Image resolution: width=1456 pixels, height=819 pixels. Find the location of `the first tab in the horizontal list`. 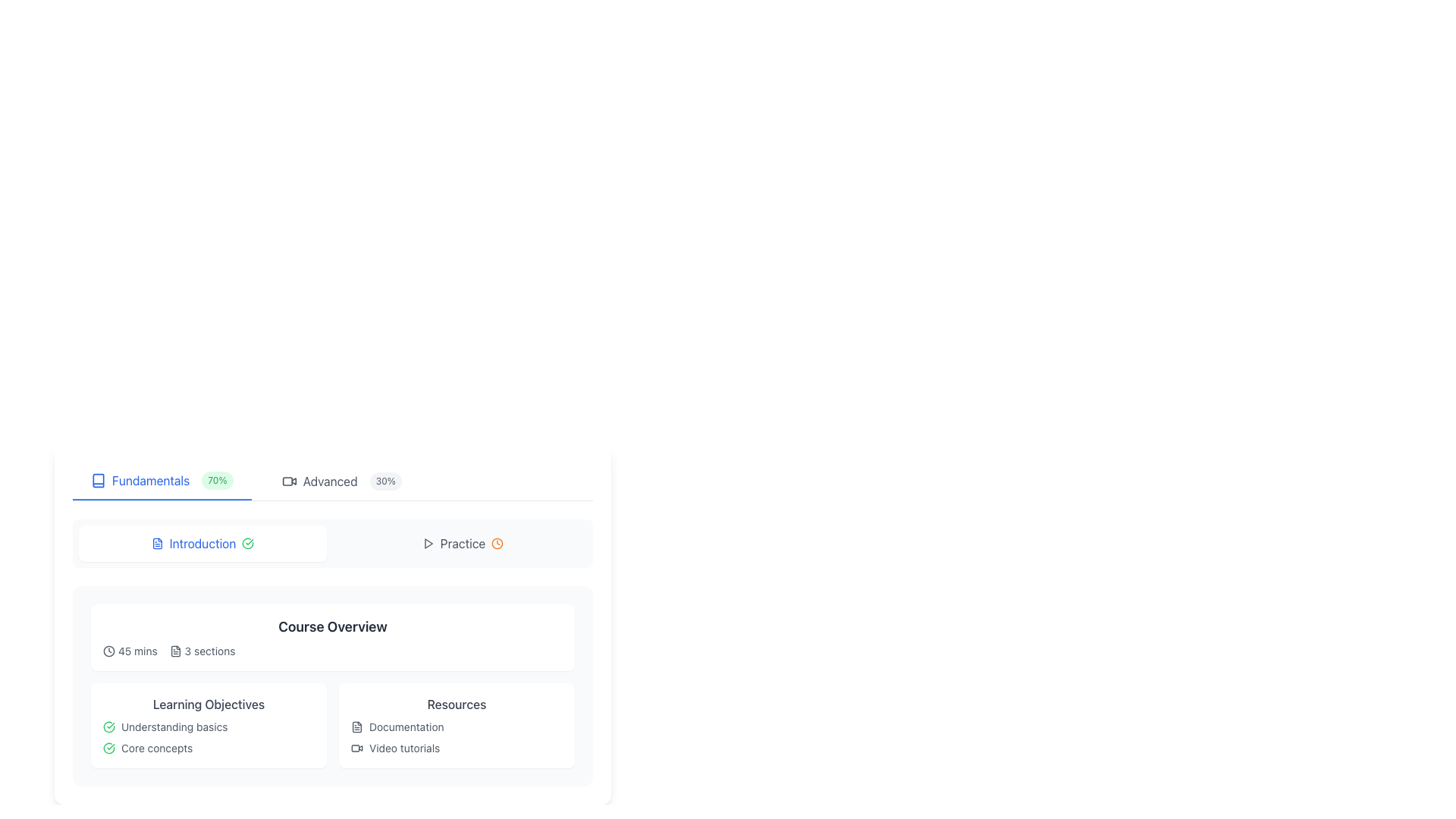

the first tab in the horizontal list is located at coordinates (162, 482).